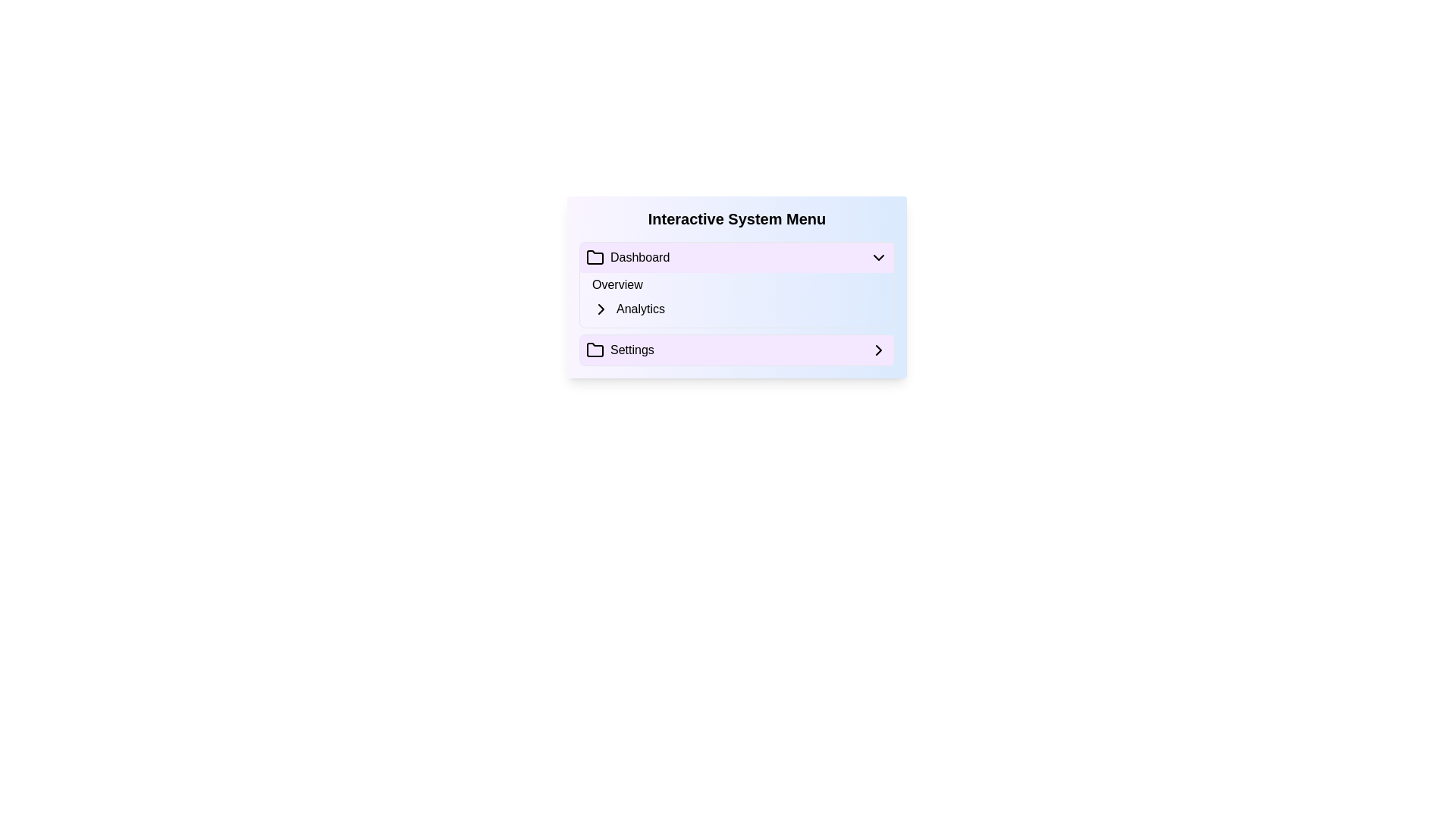 The image size is (1456, 819). What do you see at coordinates (617, 284) in the screenshot?
I see `the 'Overview' text label in the vertical menu, which is positioned between the 'Dashboard' and 'Analytics' items` at bounding box center [617, 284].